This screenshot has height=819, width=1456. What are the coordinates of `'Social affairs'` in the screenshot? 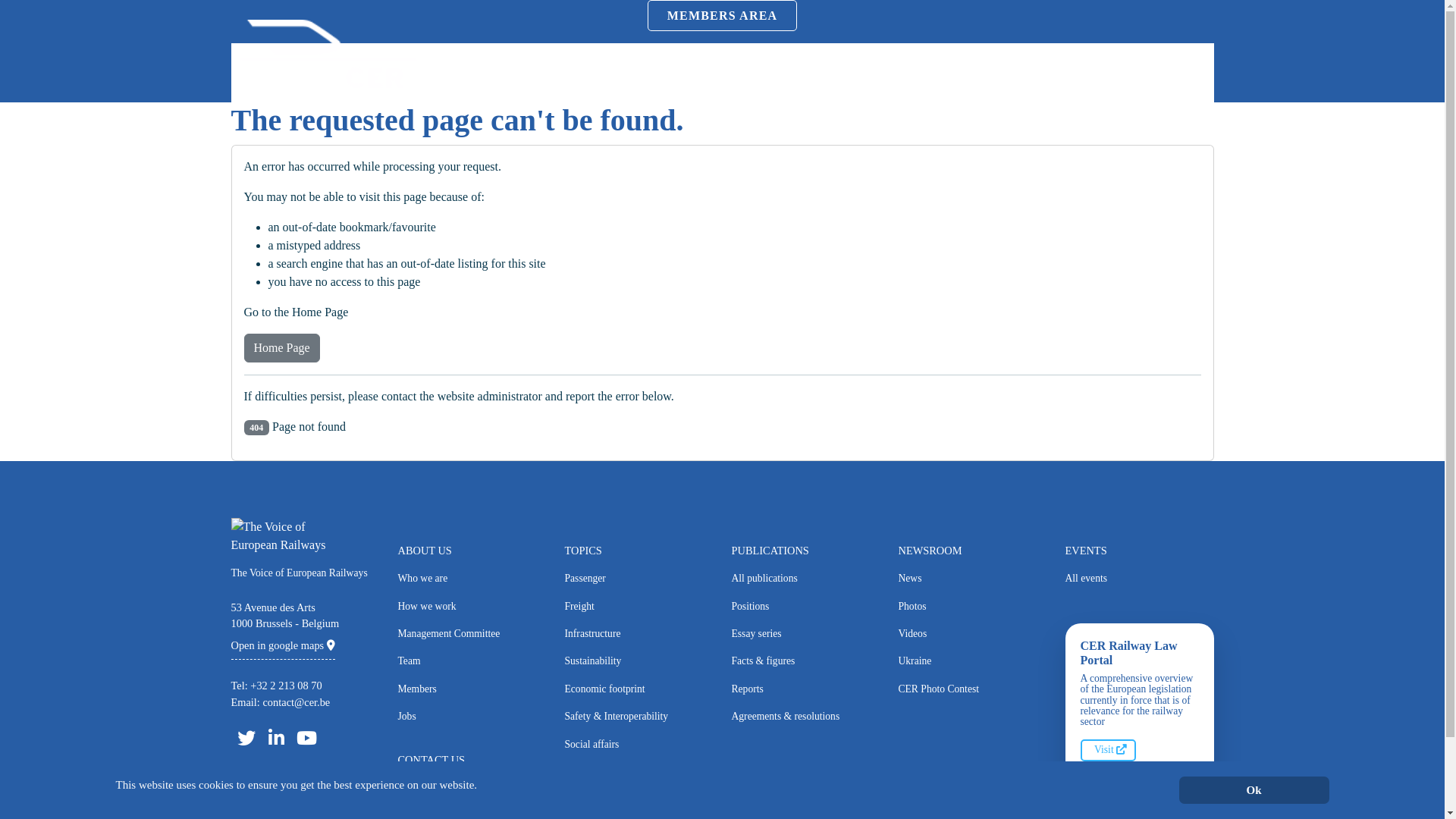 It's located at (563, 744).